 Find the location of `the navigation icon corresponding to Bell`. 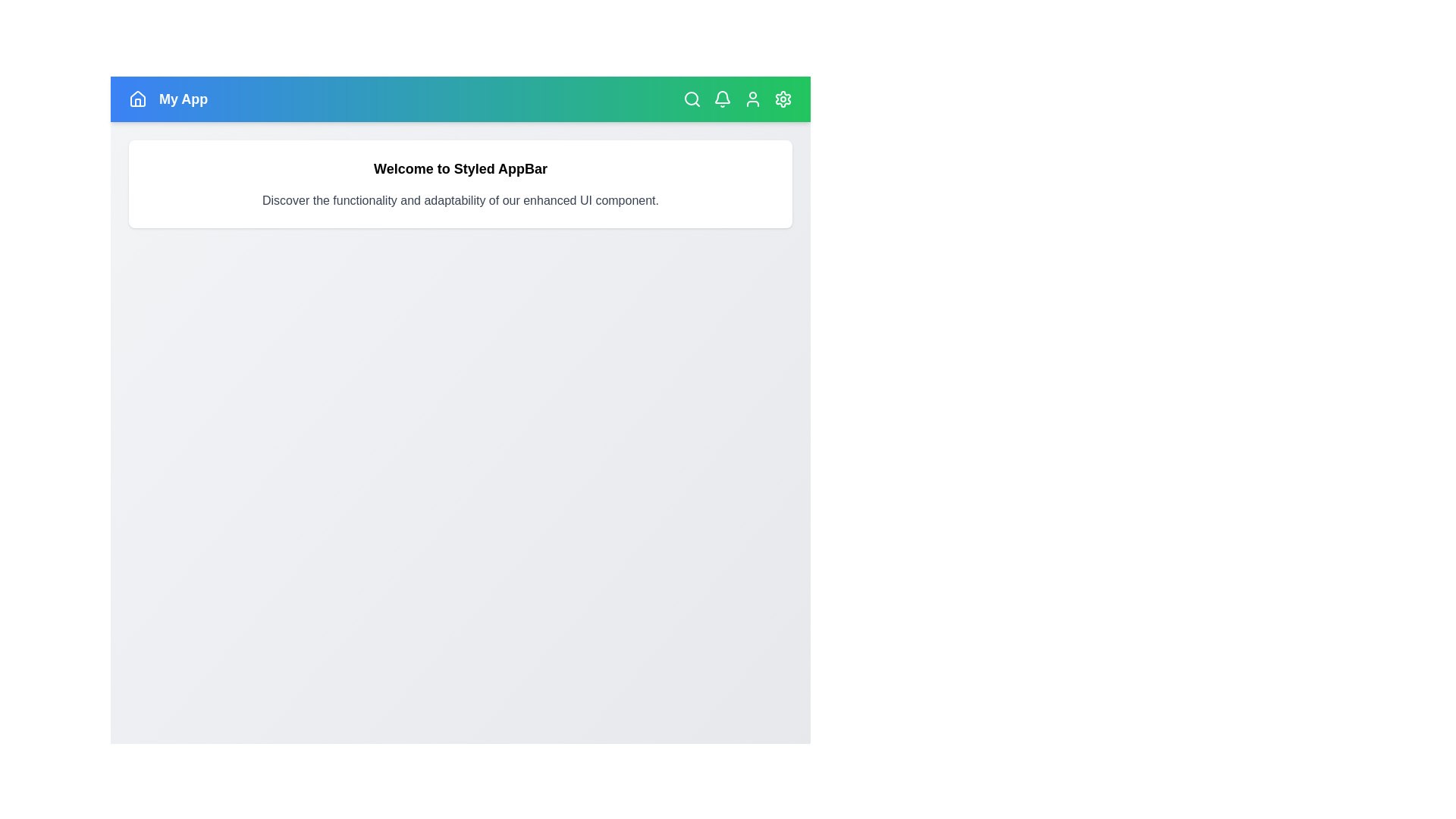

the navigation icon corresponding to Bell is located at coordinates (722, 99).